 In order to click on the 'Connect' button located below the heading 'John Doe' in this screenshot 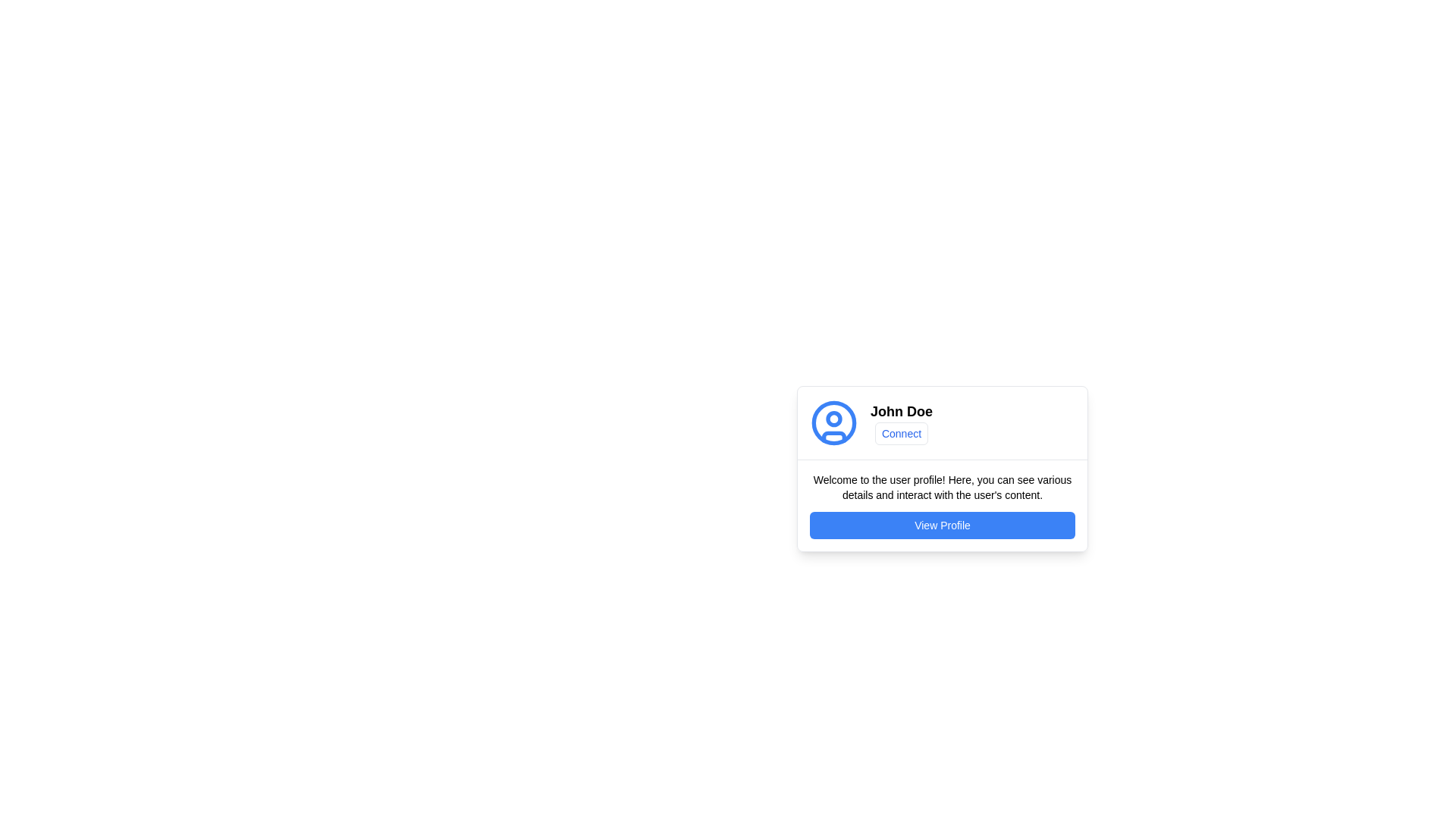, I will do `click(902, 433)`.